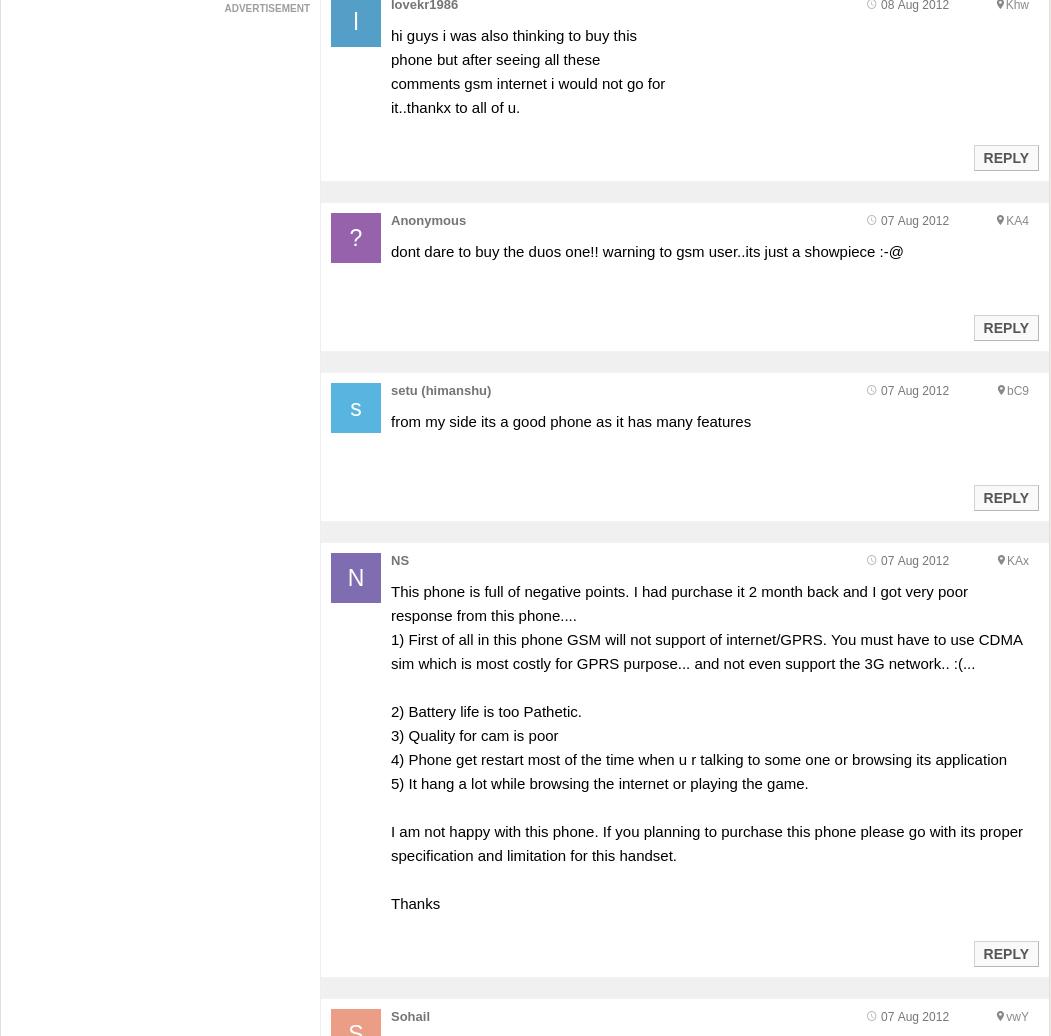  Describe the element at coordinates (705, 651) in the screenshot. I see `'1) First of all in this phone GSM will not support of internet/GPRS. You must have to use CDMA sim which is most costly for GPRS purpose... and not even support the 3G network.. :(...'` at that location.